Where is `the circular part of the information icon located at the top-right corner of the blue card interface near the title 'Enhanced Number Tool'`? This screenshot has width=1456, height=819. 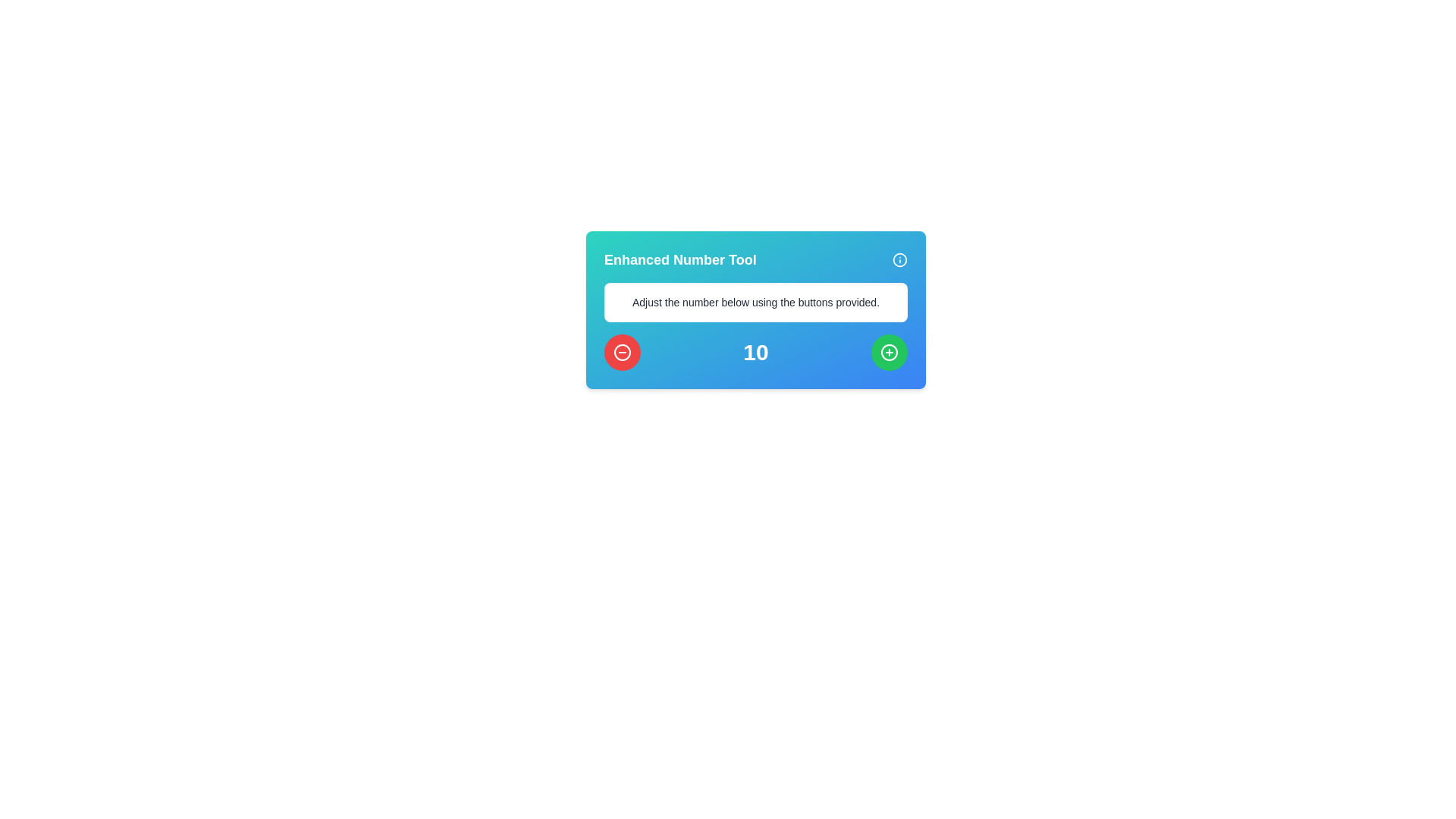 the circular part of the information icon located at the top-right corner of the blue card interface near the title 'Enhanced Number Tool' is located at coordinates (899, 259).